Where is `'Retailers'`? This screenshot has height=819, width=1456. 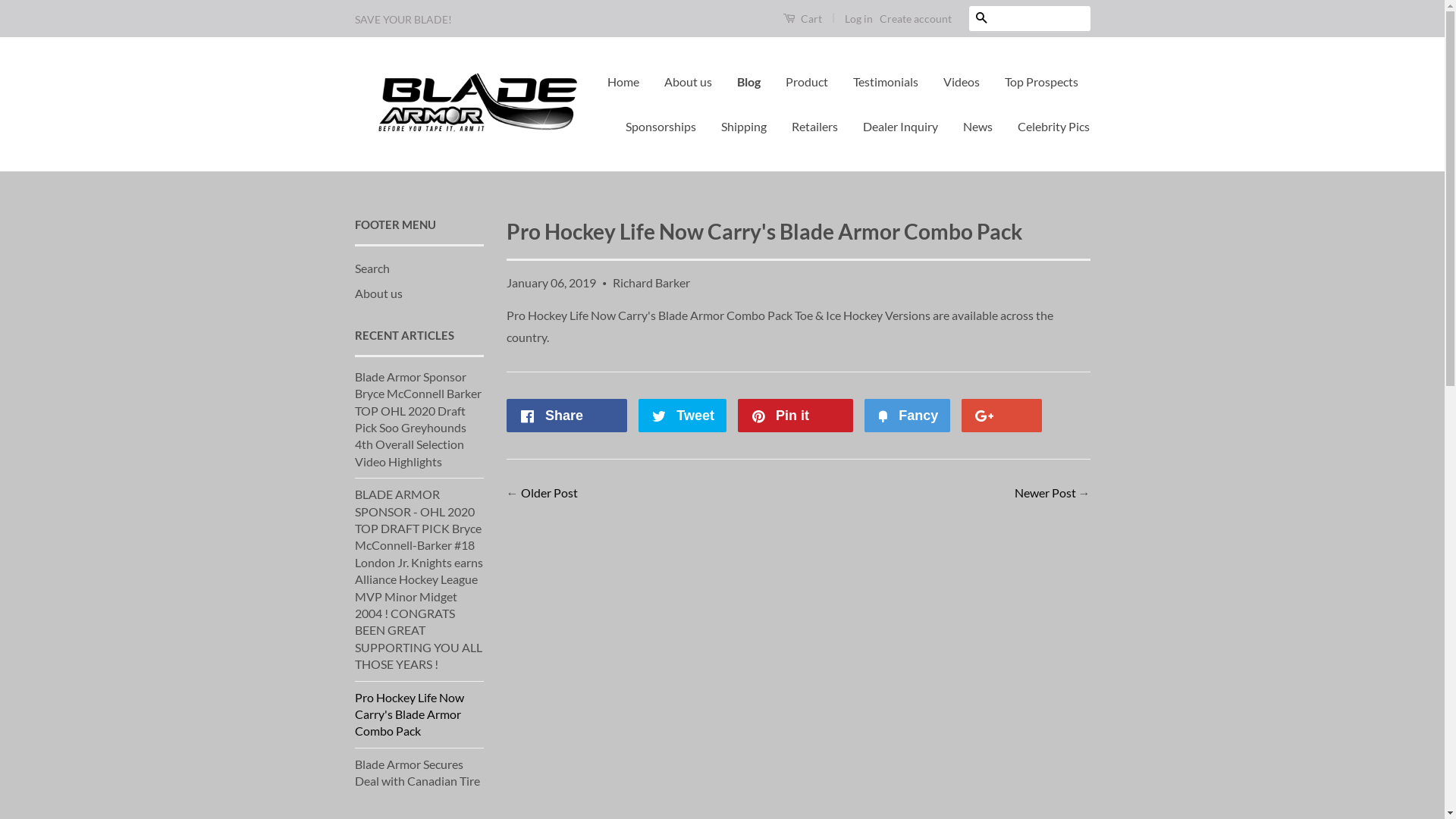
'Retailers' is located at coordinates (814, 126).